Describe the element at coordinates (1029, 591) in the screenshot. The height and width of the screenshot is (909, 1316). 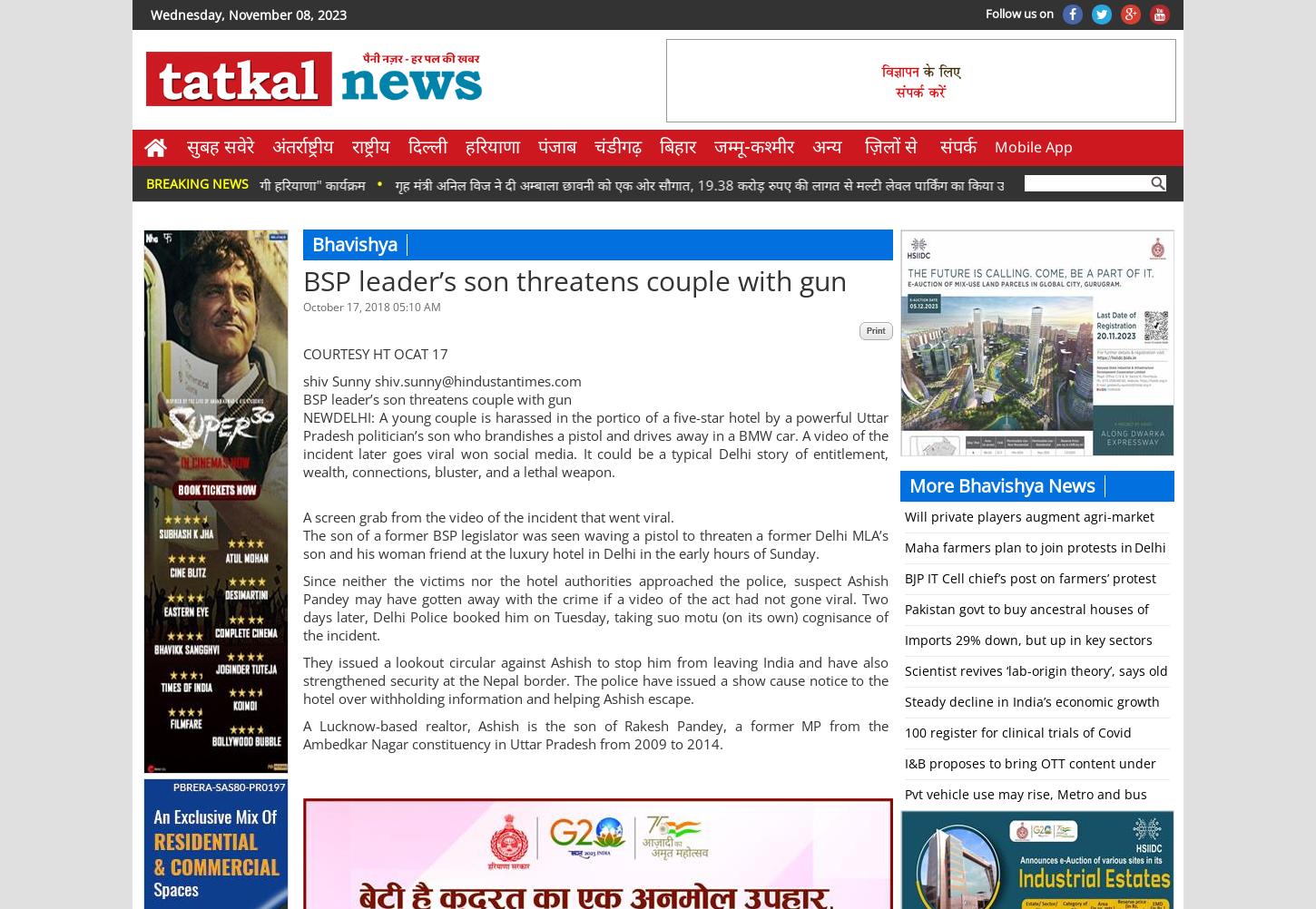
I see `'BJP IT Cell chief’s post on farmers’ protest tagged as ‘manipulated media’ by Twitter'` at that location.